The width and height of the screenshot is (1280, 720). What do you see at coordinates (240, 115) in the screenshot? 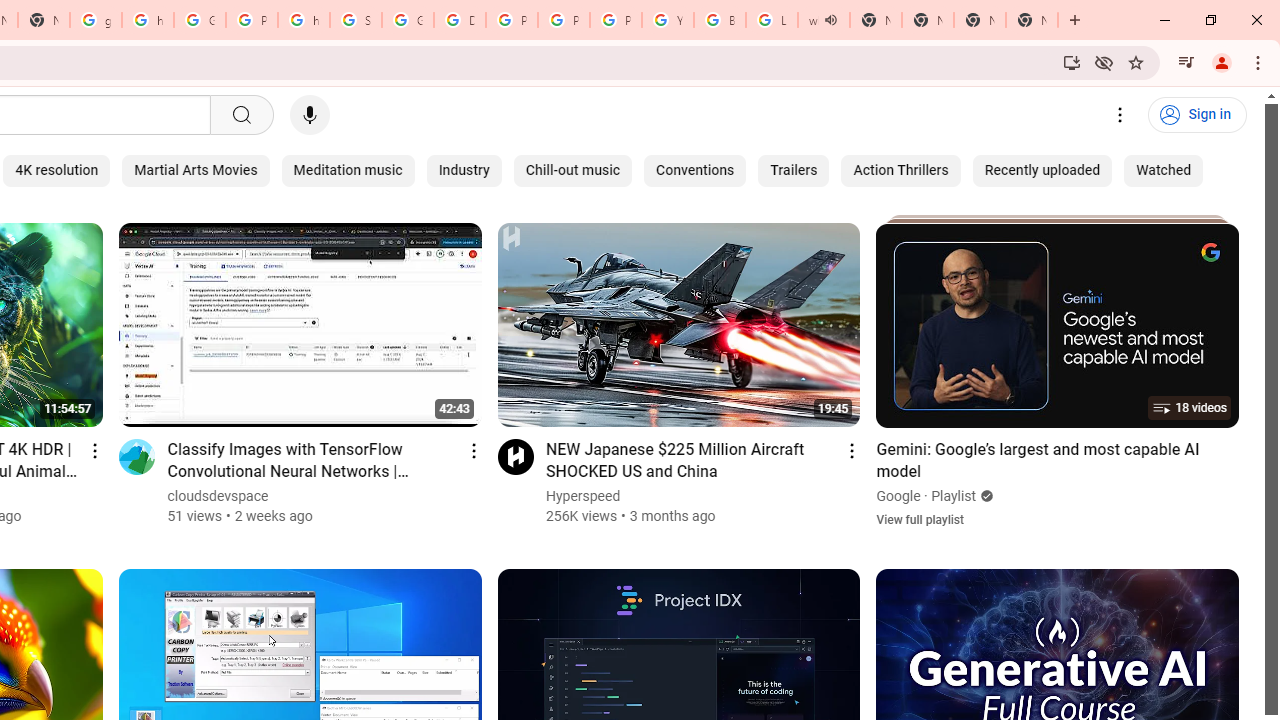
I see `'Search'` at bounding box center [240, 115].